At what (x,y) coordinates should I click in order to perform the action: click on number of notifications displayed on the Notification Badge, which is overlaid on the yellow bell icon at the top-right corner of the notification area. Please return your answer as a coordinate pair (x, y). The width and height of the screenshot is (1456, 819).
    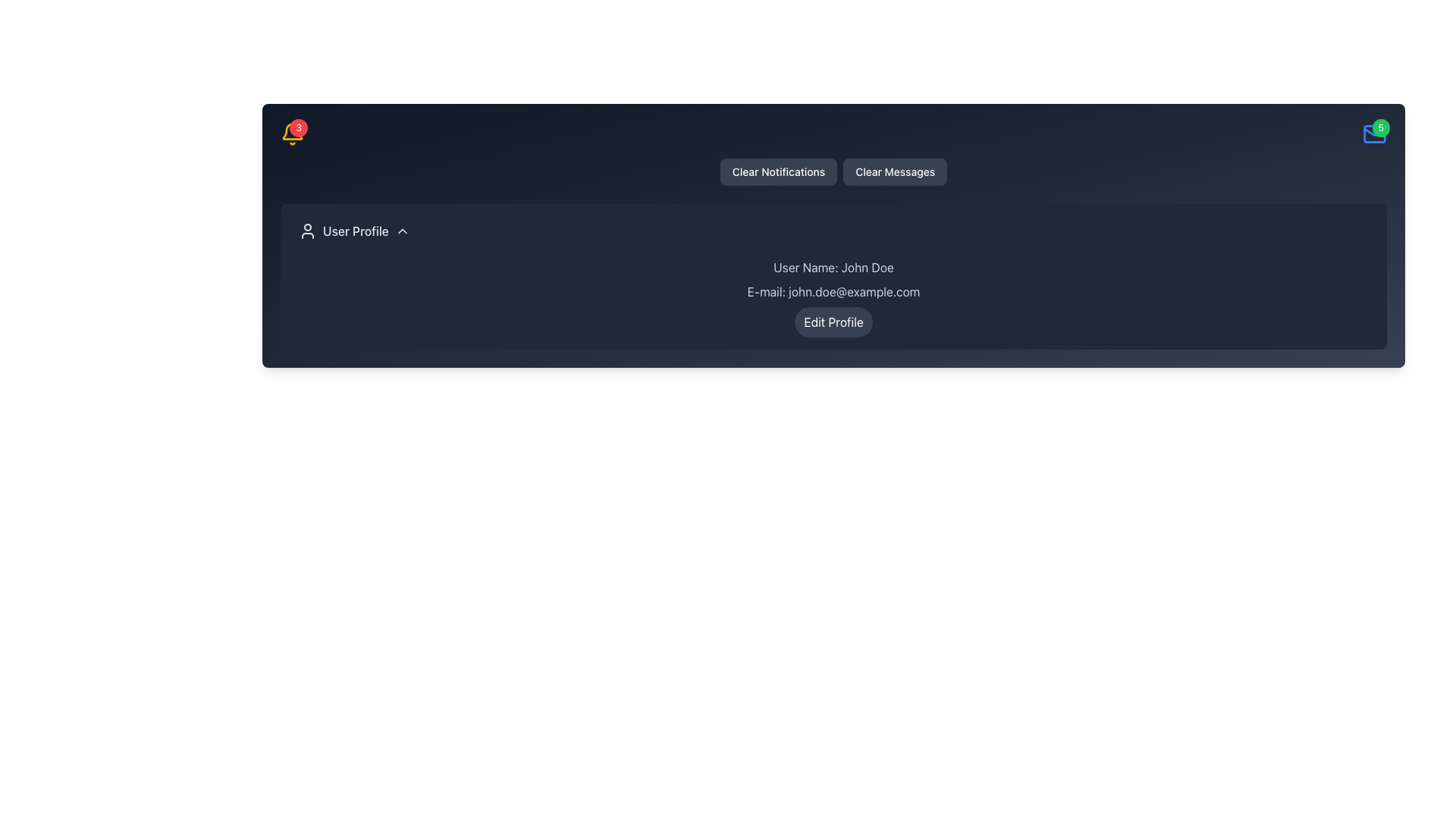
    Looking at the image, I should click on (292, 133).